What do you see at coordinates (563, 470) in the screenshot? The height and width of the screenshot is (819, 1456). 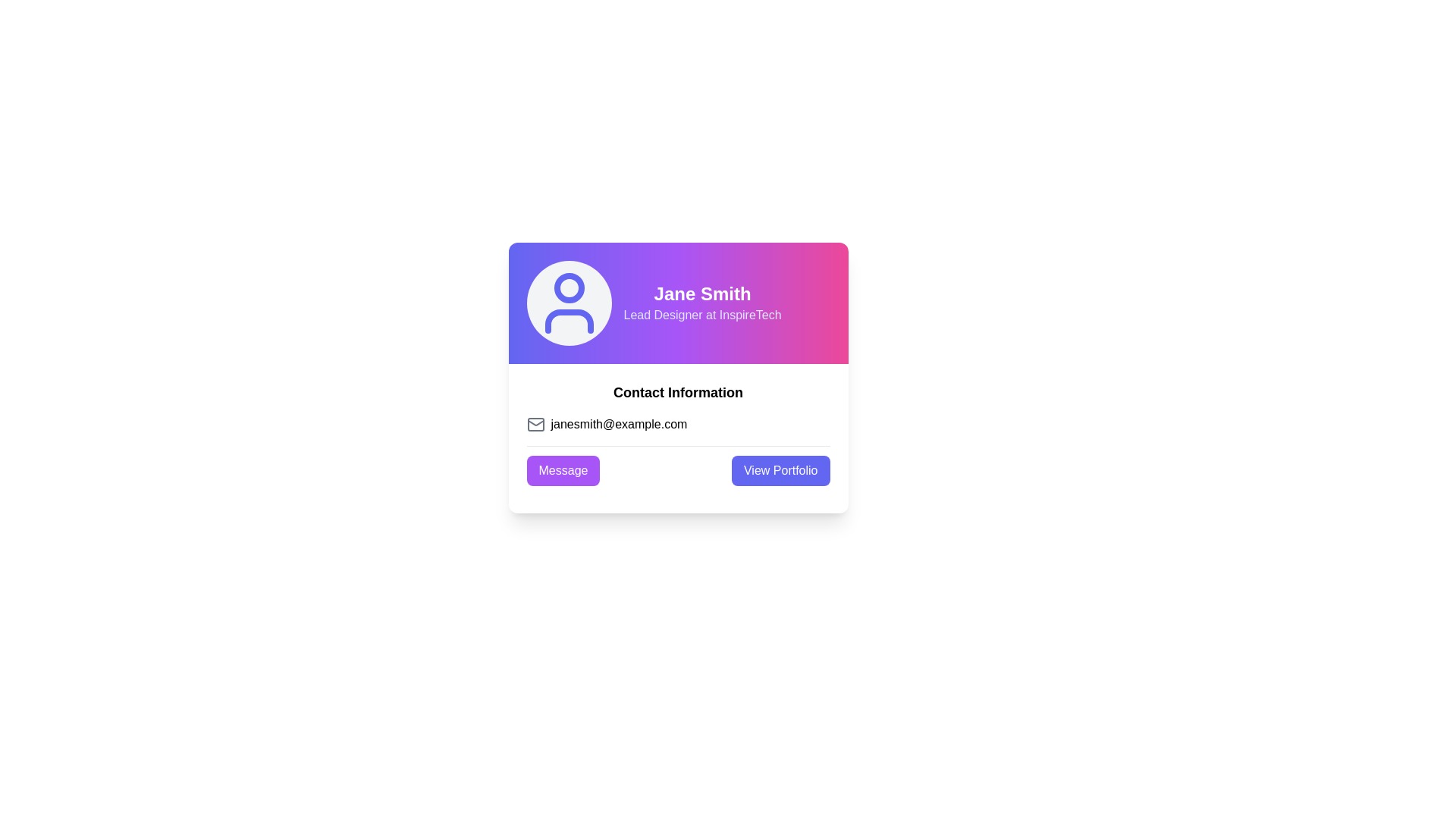 I see `the rectangular purple button labeled 'Message' located in the 'Contact Information' section` at bounding box center [563, 470].